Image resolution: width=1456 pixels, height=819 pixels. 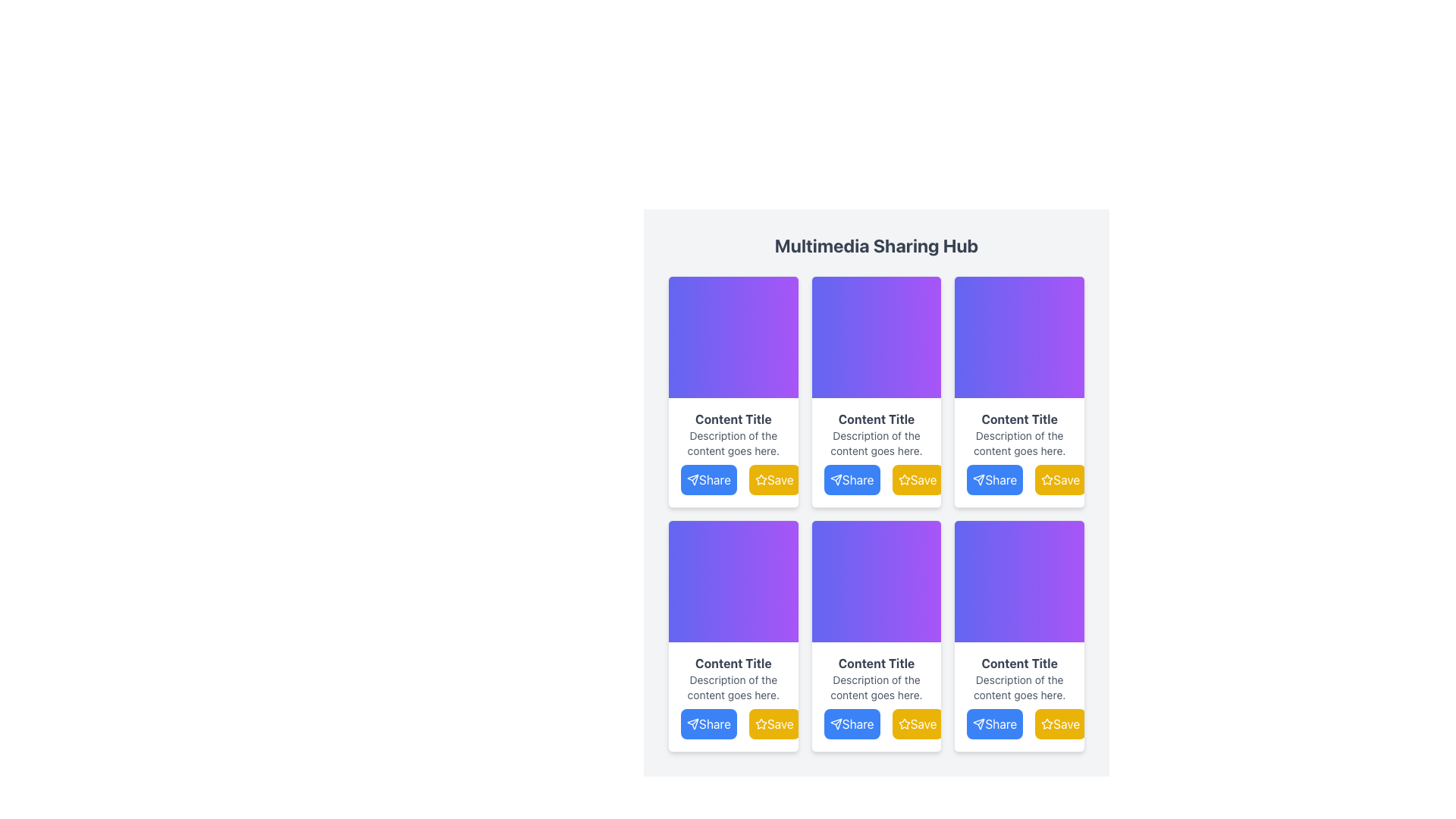 I want to click on the 'Save' button, so click(x=774, y=723).